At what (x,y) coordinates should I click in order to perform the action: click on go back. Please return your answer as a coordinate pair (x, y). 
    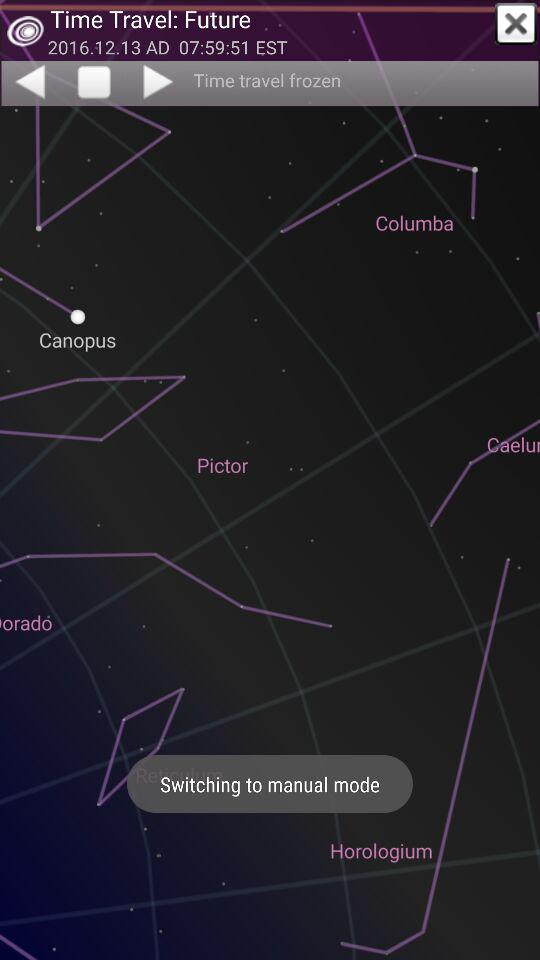
    Looking at the image, I should click on (28, 81).